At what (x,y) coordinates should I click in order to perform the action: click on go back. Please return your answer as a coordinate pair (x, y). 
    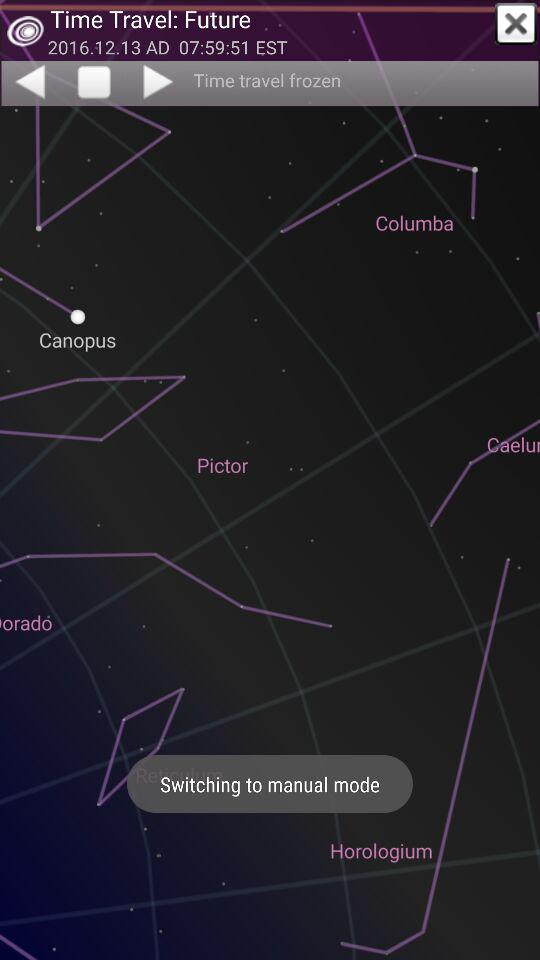
    Looking at the image, I should click on (28, 81).